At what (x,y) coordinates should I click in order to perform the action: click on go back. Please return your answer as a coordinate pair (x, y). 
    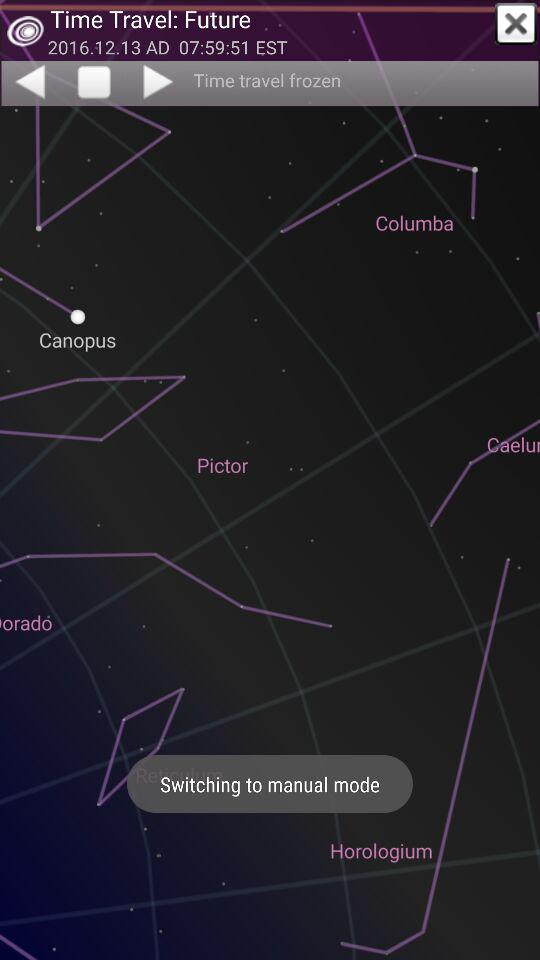
    Looking at the image, I should click on (28, 81).